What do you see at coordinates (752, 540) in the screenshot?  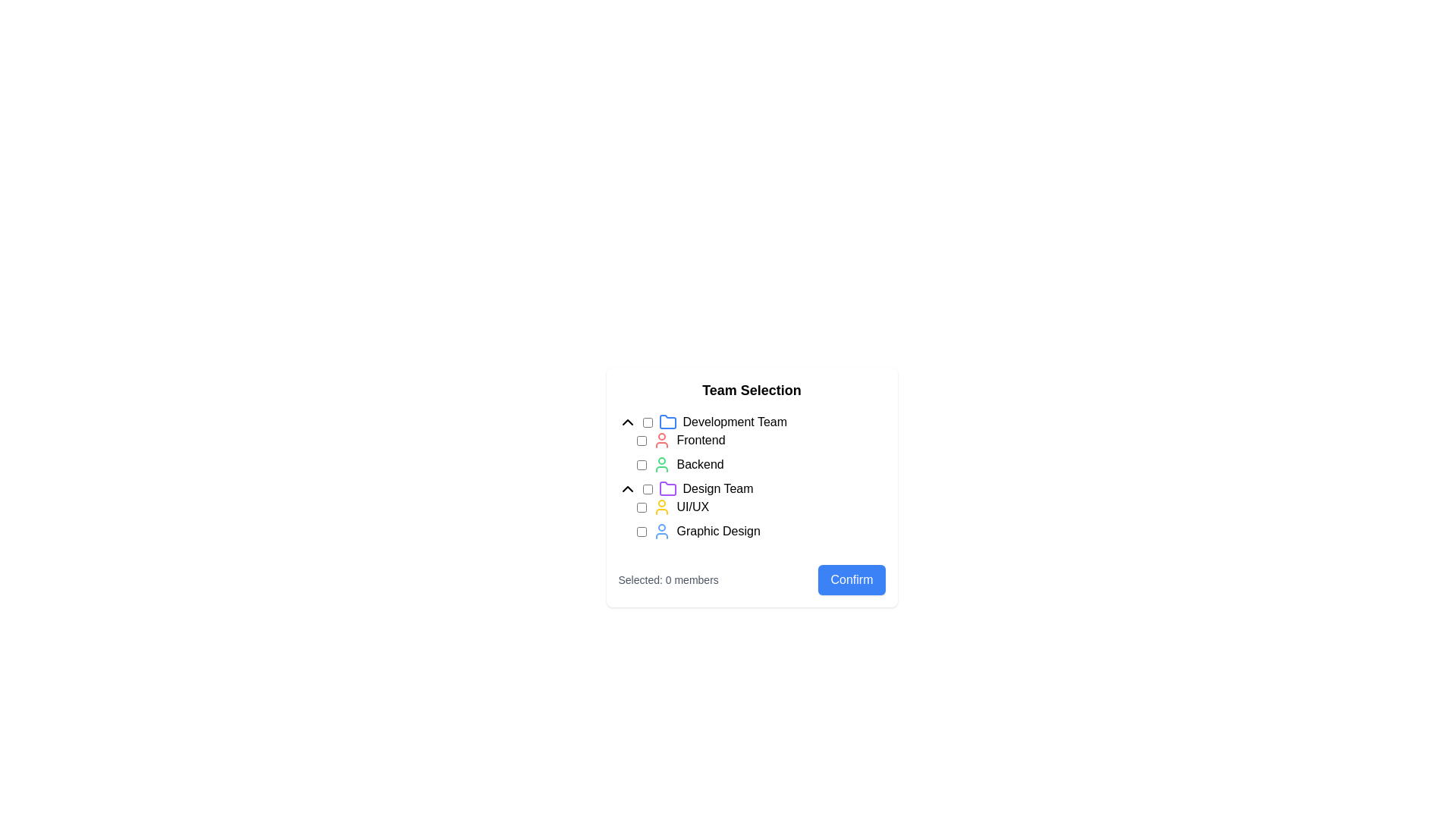 I see `the checkboxes` at bounding box center [752, 540].